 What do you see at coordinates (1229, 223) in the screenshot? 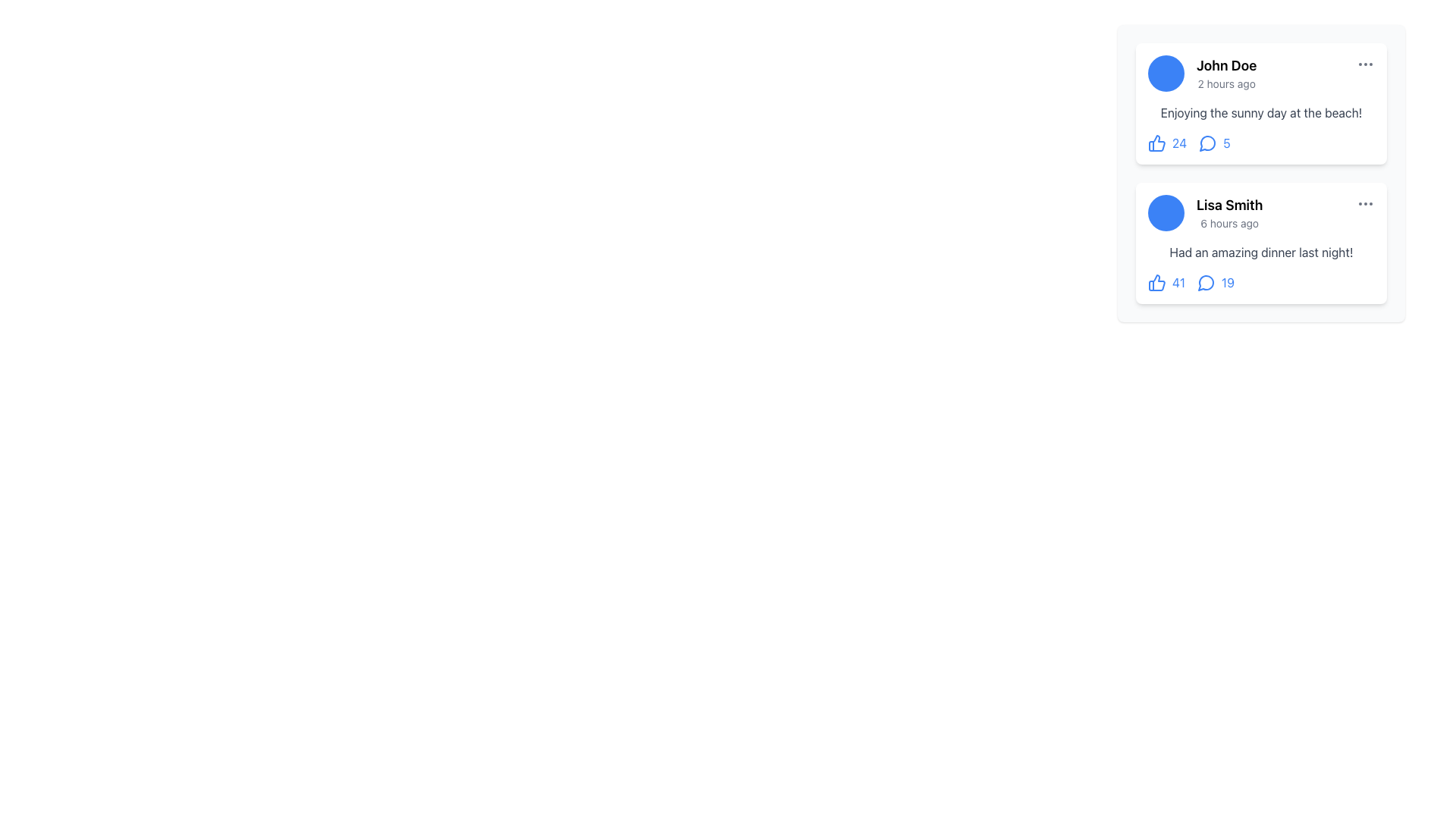
I see `the timestamp text label indicating when the post was created, located below the 'Lisa Smith' name and above the post content` at bounding box center [1229, 223].